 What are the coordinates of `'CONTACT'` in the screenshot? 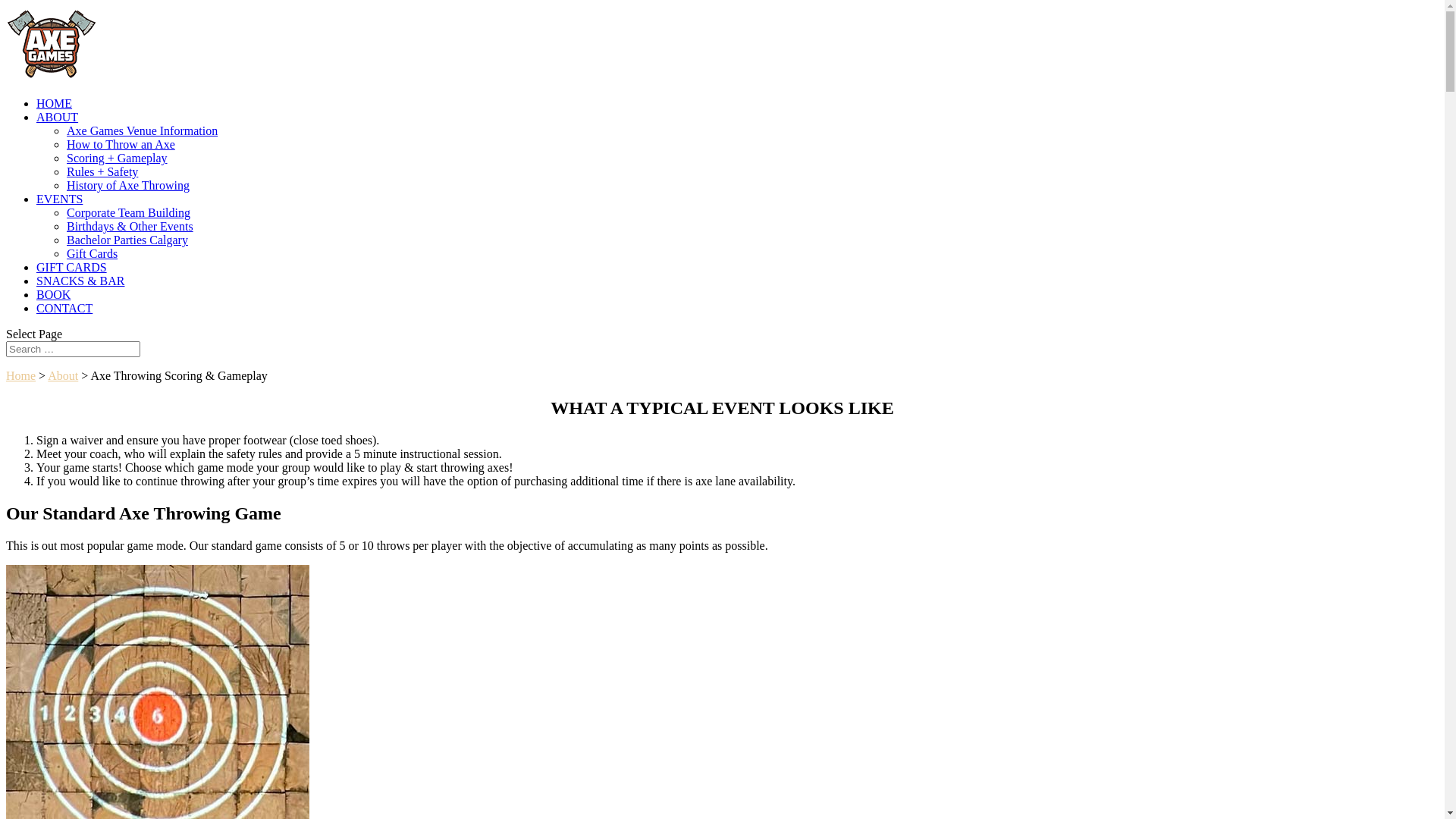 It's located at (36, 307).